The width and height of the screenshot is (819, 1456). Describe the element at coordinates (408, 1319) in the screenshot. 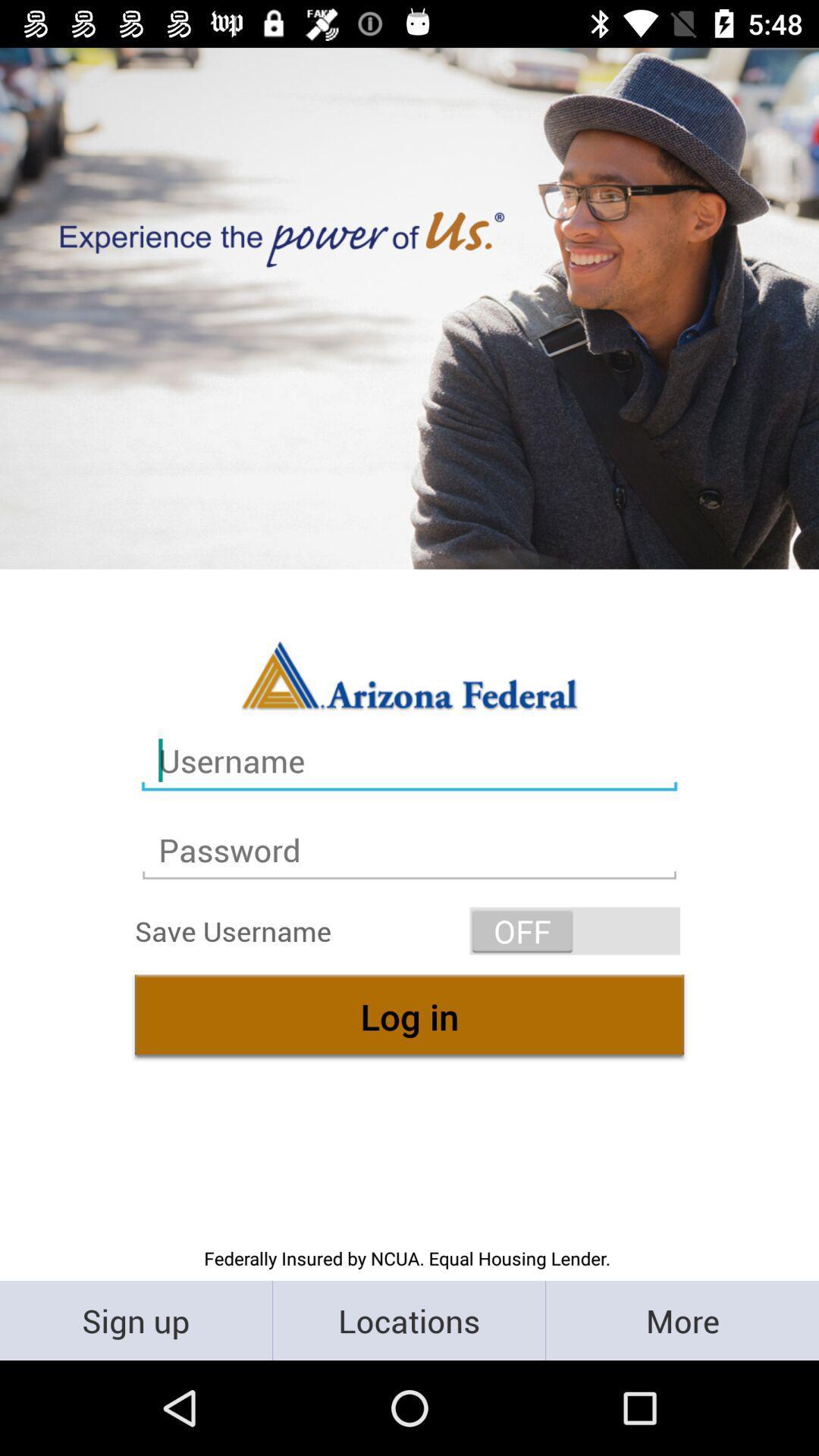

I see `the item to the right of the sign up item` at that location.